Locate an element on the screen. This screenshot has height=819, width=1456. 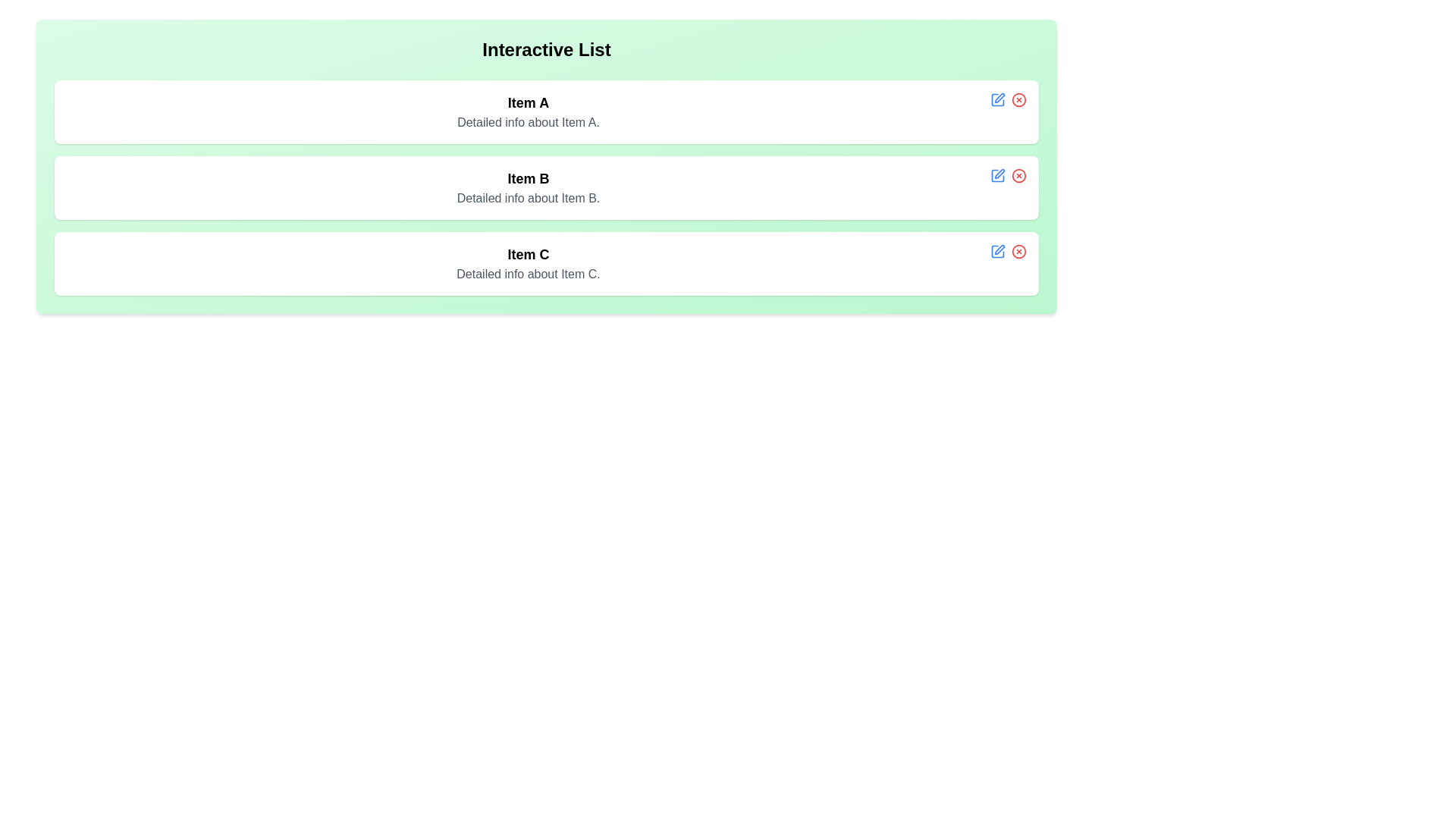
the first list item located below the heading 'Interactive List' and above 'Item B' is located at coordinates (546, 111).